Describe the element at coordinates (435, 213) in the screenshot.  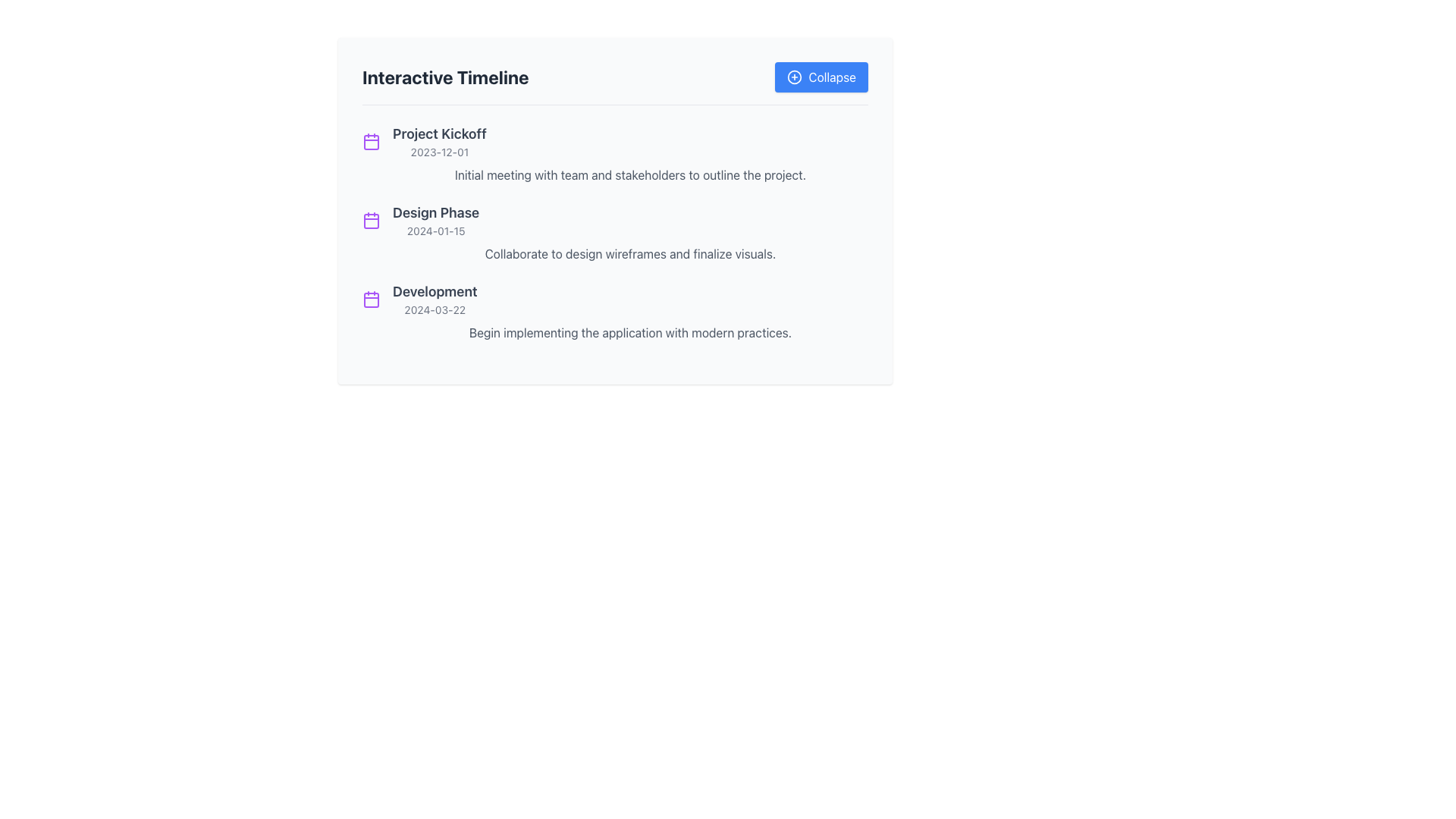
I see `the 'Design Phase' text label element located in the center region of the timeline view` at that location.